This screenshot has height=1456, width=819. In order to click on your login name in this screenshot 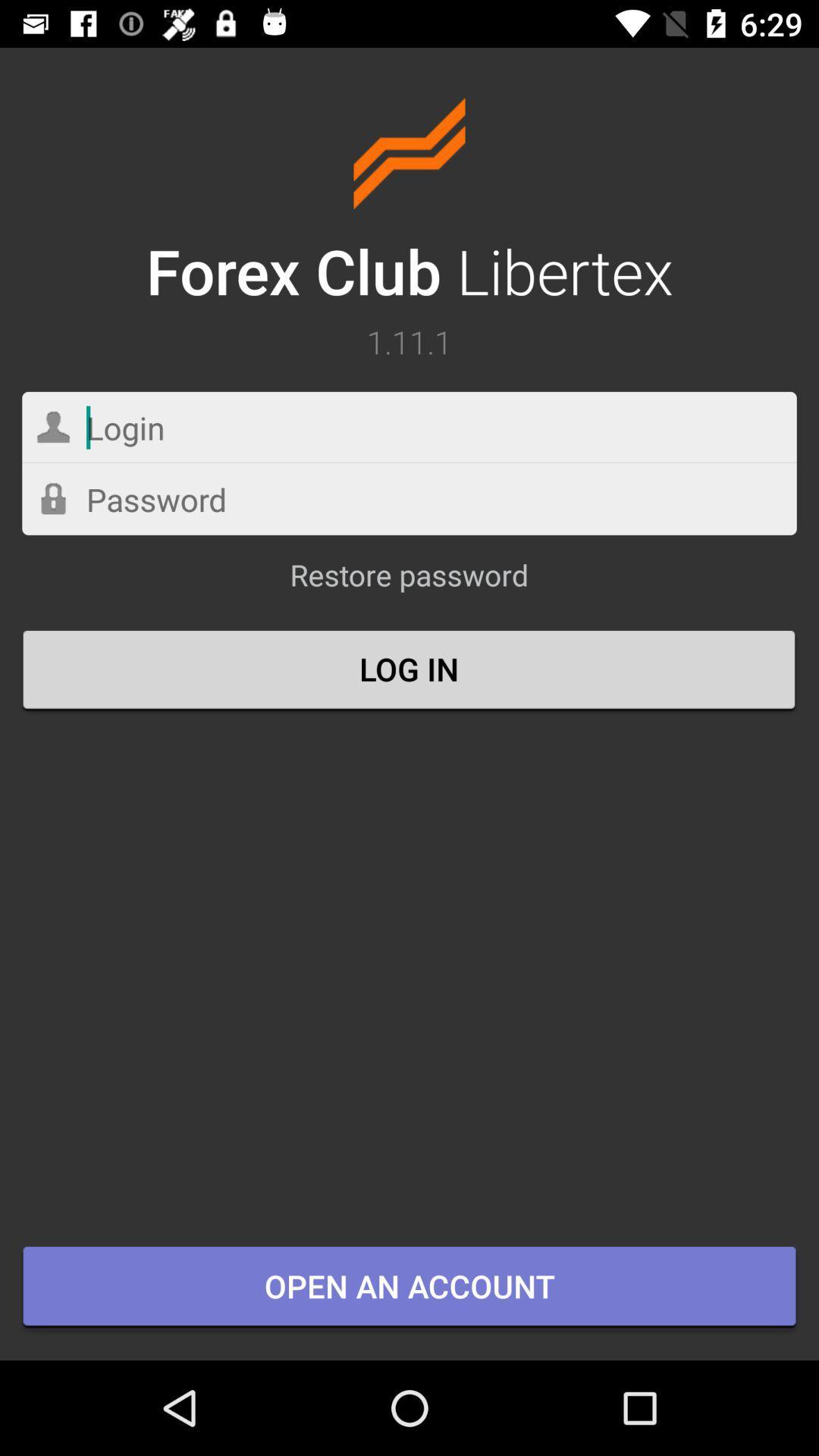, I will do `click(409, 427)`.